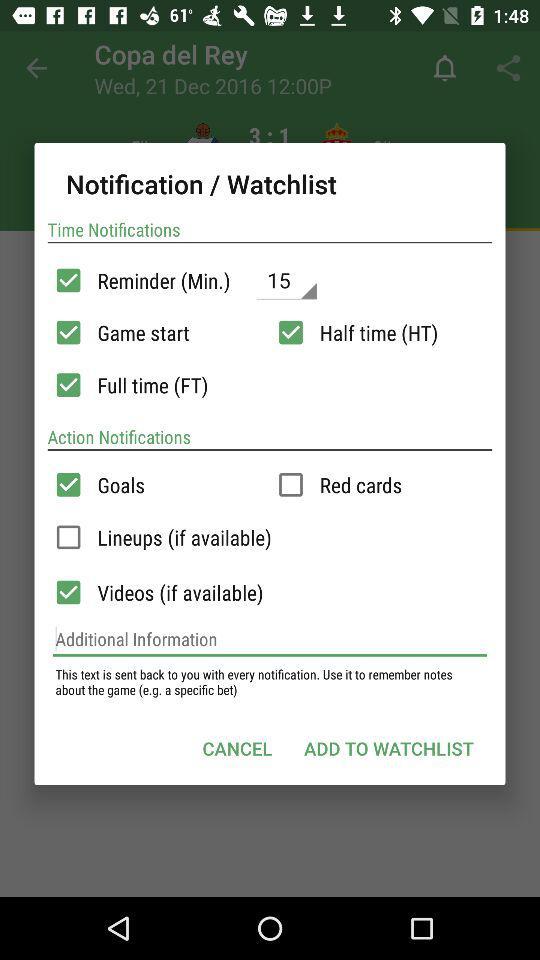  I want to click on watch list selection videos, so click(67, 592).